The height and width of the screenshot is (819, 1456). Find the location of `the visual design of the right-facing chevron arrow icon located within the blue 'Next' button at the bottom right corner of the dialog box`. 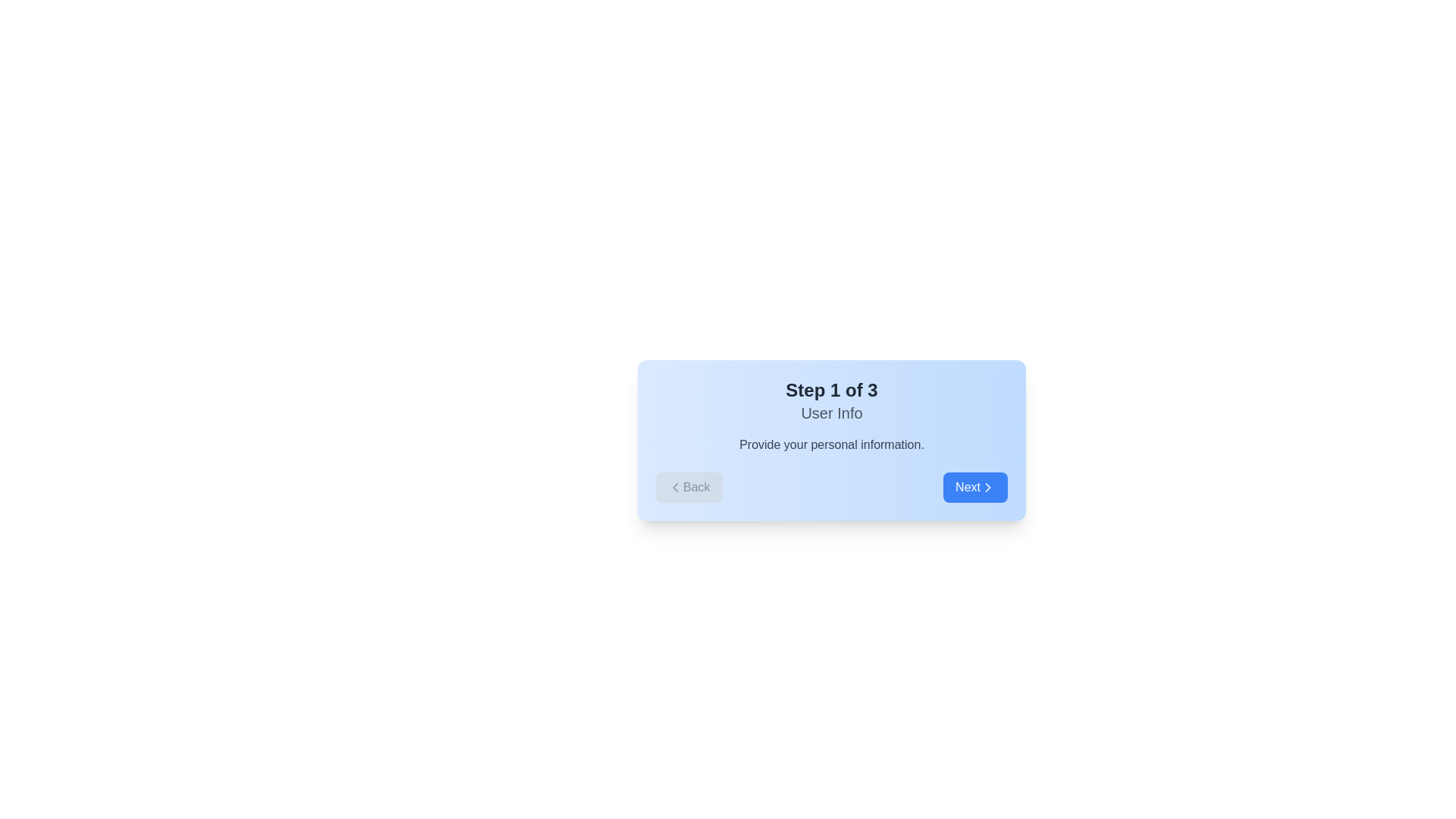

the visual design of the right-facing chevron arrow icon located within the blue 'Next' button at the bottom right corner of the dialog box is located at coordinates (987, 488).